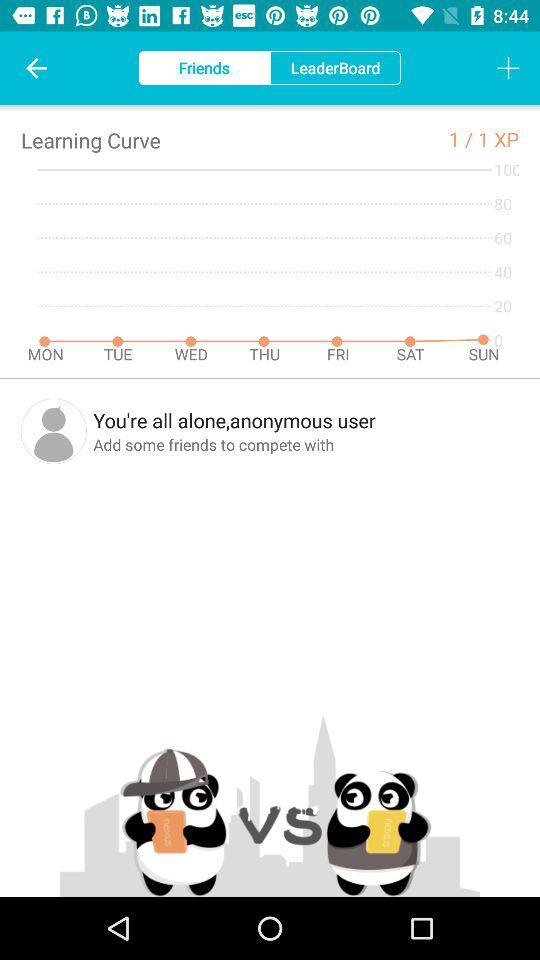 The height and width of the screenshot is (960, 540). I want to click on 1 xp, so click(497, 138).